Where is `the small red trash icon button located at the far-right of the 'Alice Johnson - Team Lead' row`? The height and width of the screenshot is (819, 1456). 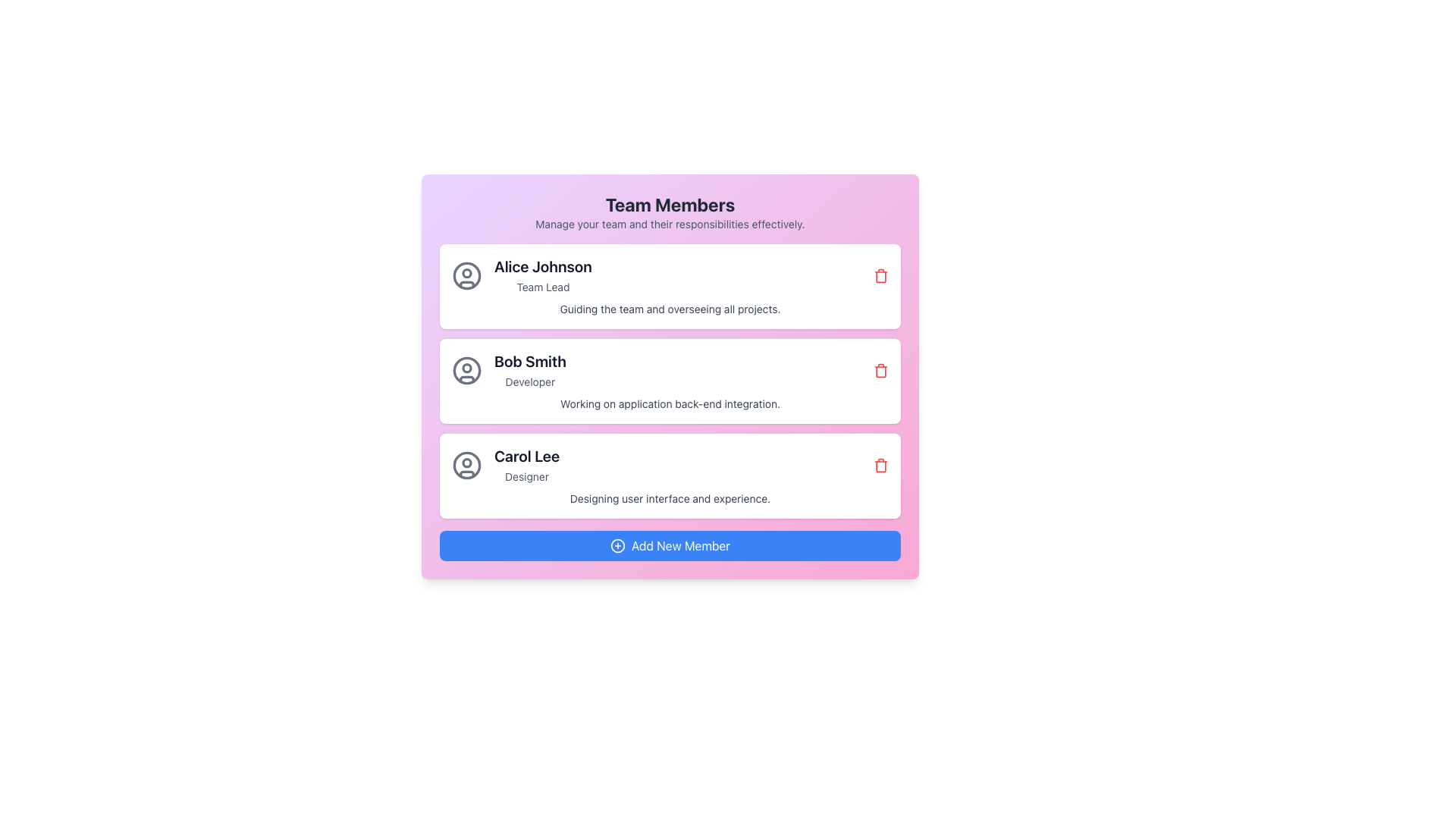 the small red trash icon button located at the far-right of the 'Alice Johnson - Team Lead' row is located at coordinates (880, 275).